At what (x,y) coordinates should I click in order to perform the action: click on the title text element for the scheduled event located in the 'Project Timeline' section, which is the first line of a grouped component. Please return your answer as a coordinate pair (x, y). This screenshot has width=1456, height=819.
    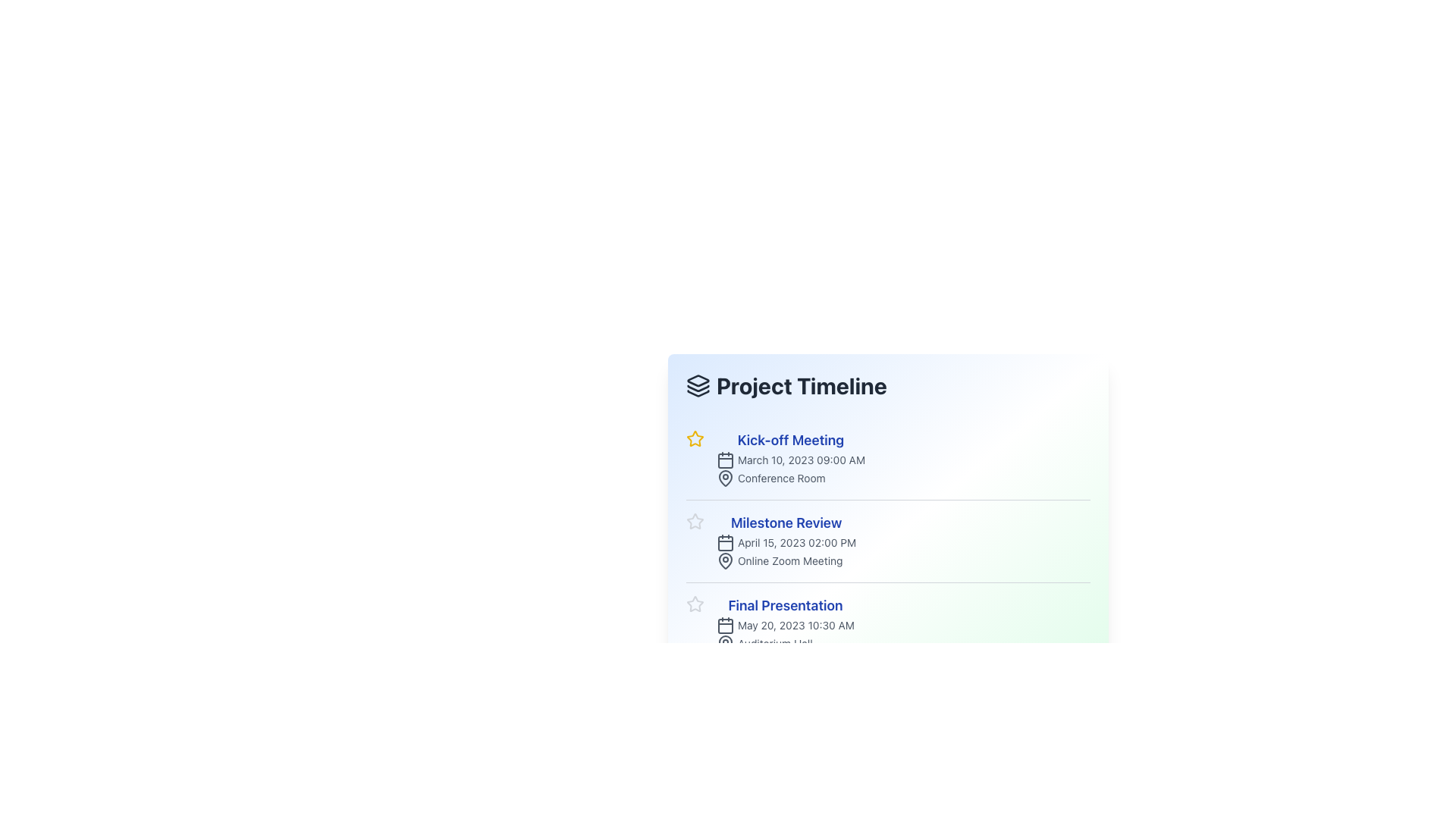
    Looking at the image, I should click on (789, 441).